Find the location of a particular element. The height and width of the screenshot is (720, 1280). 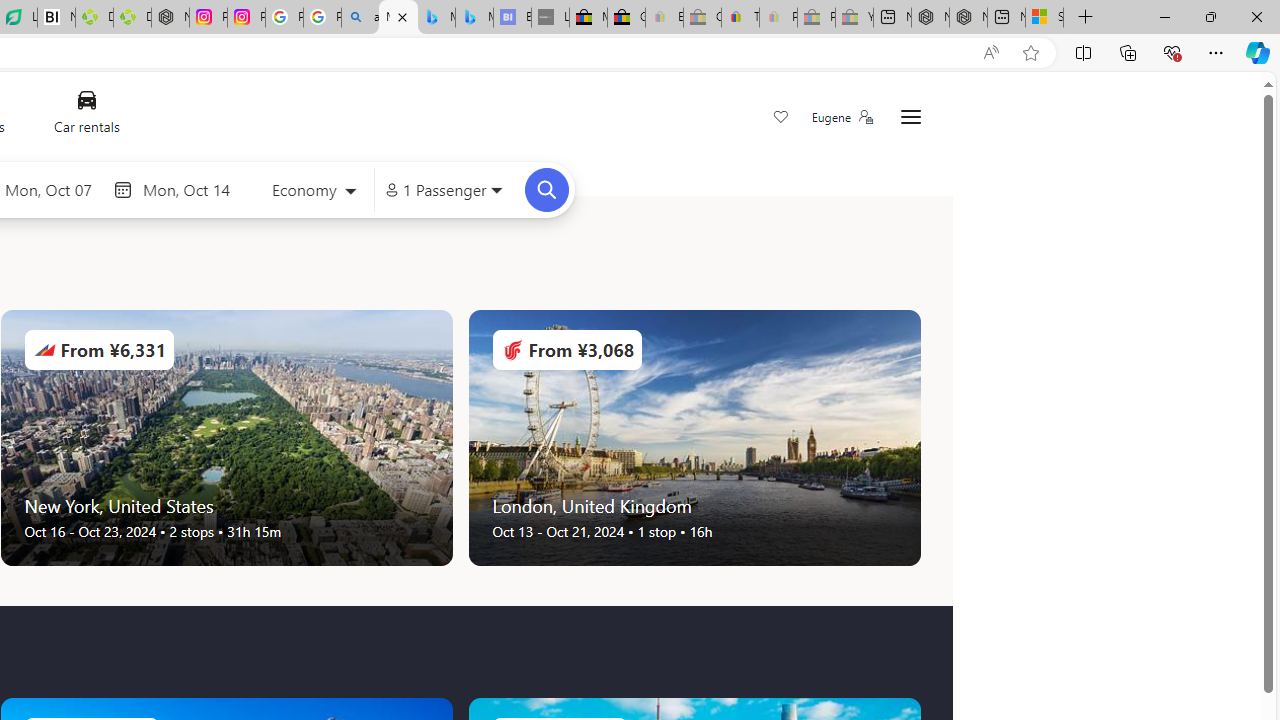

'End date' is located at coordinates (191, 189).